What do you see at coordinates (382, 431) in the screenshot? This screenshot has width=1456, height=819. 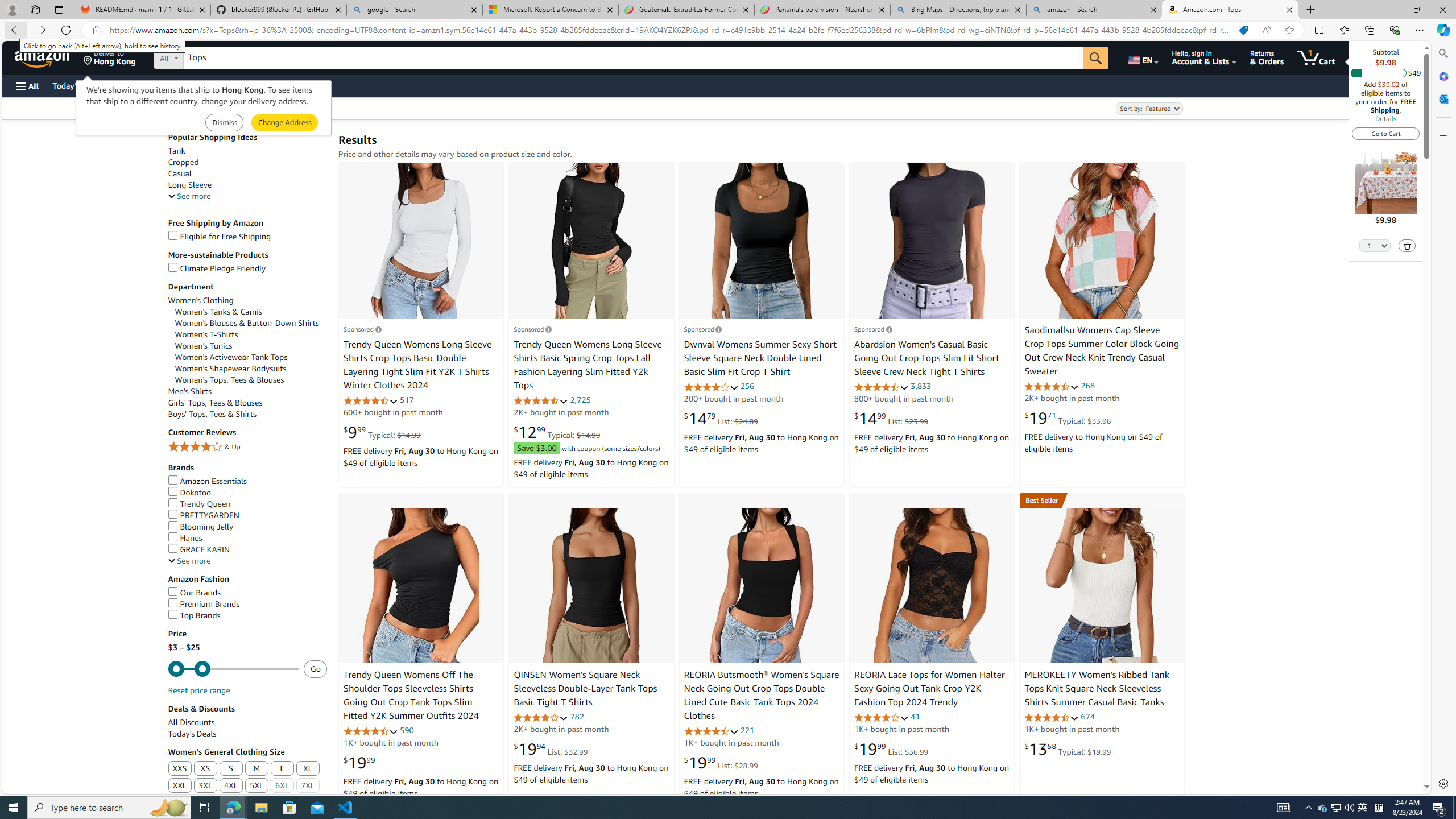 I see `'$9.99 Typical: $14.99'` at bounding box center [382, 431].